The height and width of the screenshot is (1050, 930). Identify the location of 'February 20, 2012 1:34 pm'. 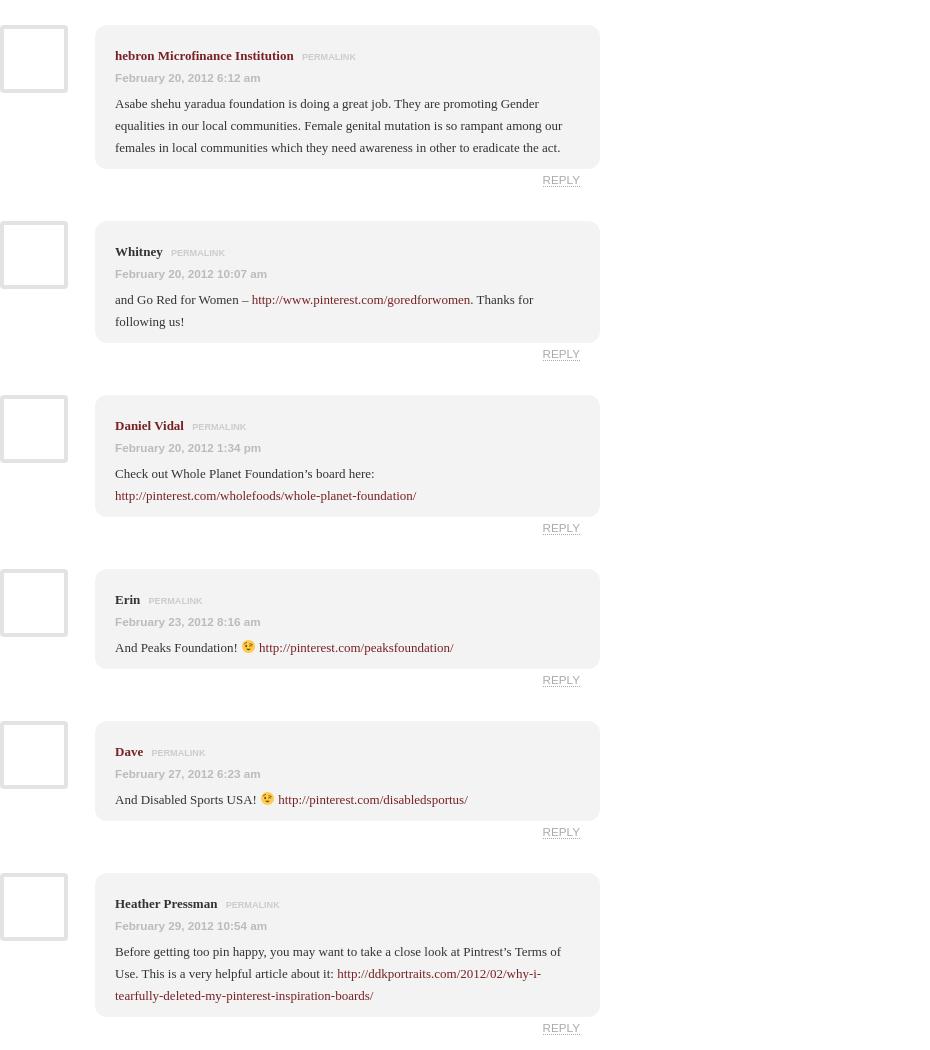
(187, 445).